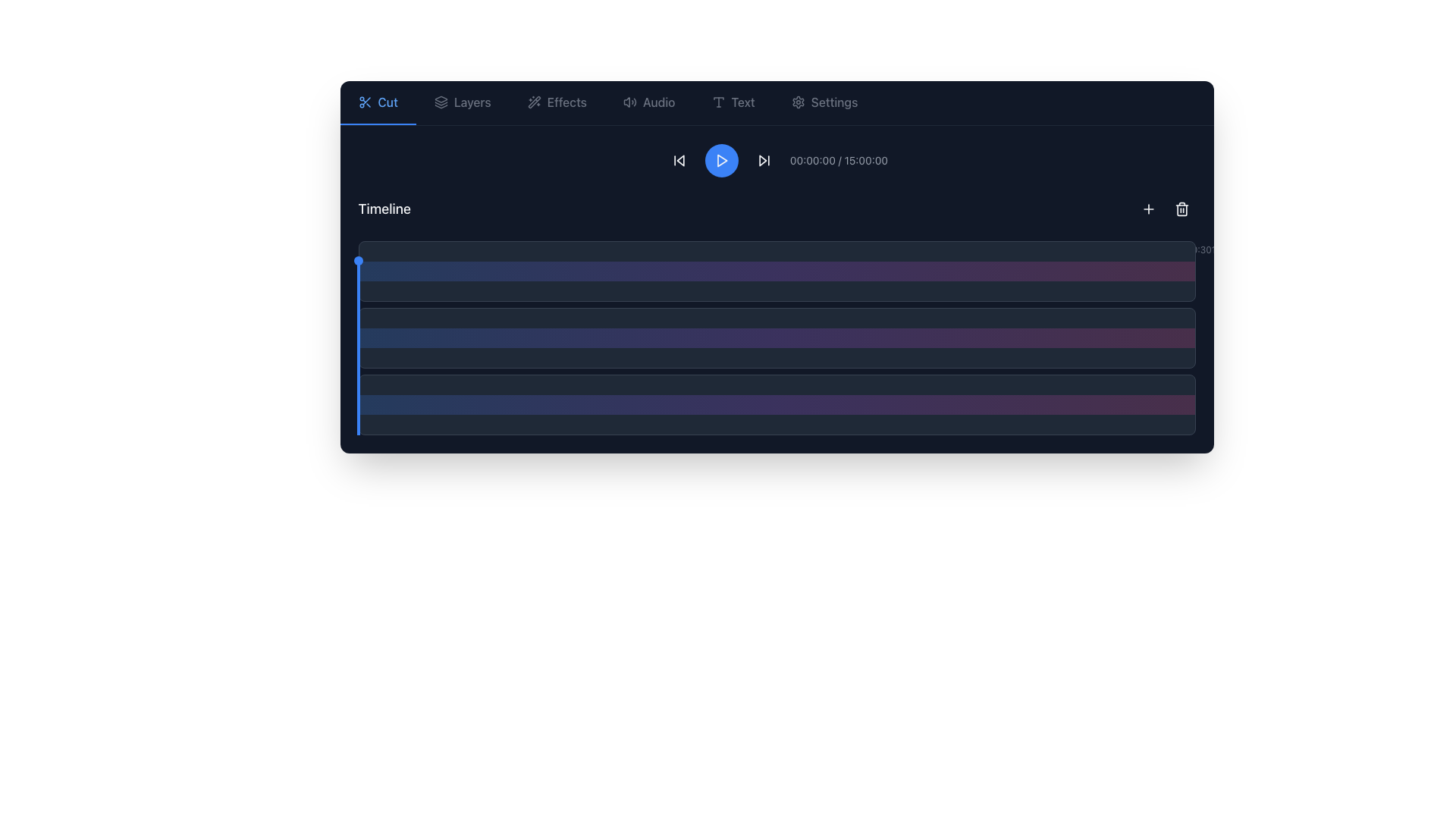 This screenshot has width=1456, height=819. What do you see at coordinates (777, 271) in the screenshot?
I see `the narrow horizontal bar with a gradient background transitioning from blue to purple to pink, located near the top of the interface` at bounding box center [777, 271].